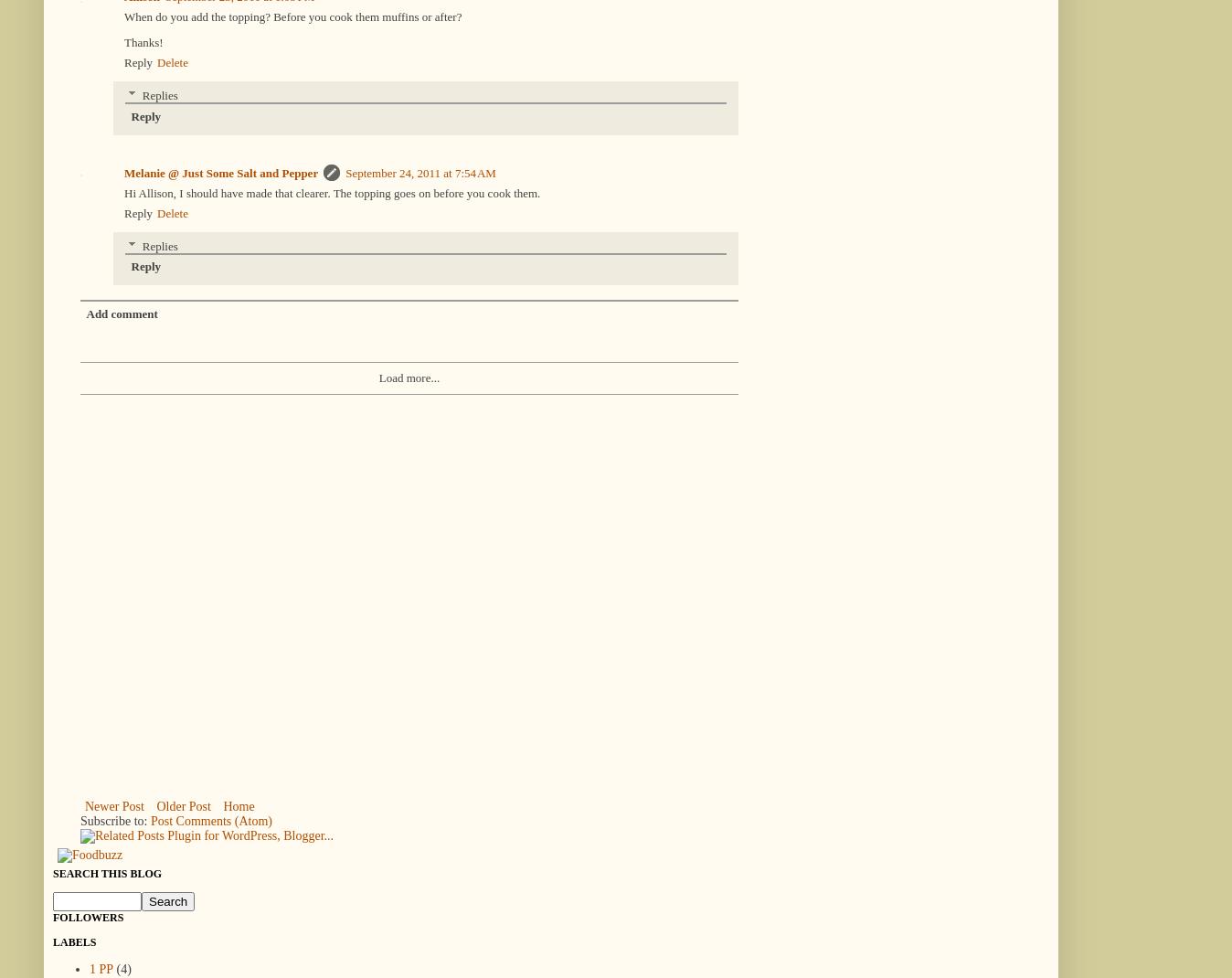  I want to click on 'Thanks!', so click(143, 40).